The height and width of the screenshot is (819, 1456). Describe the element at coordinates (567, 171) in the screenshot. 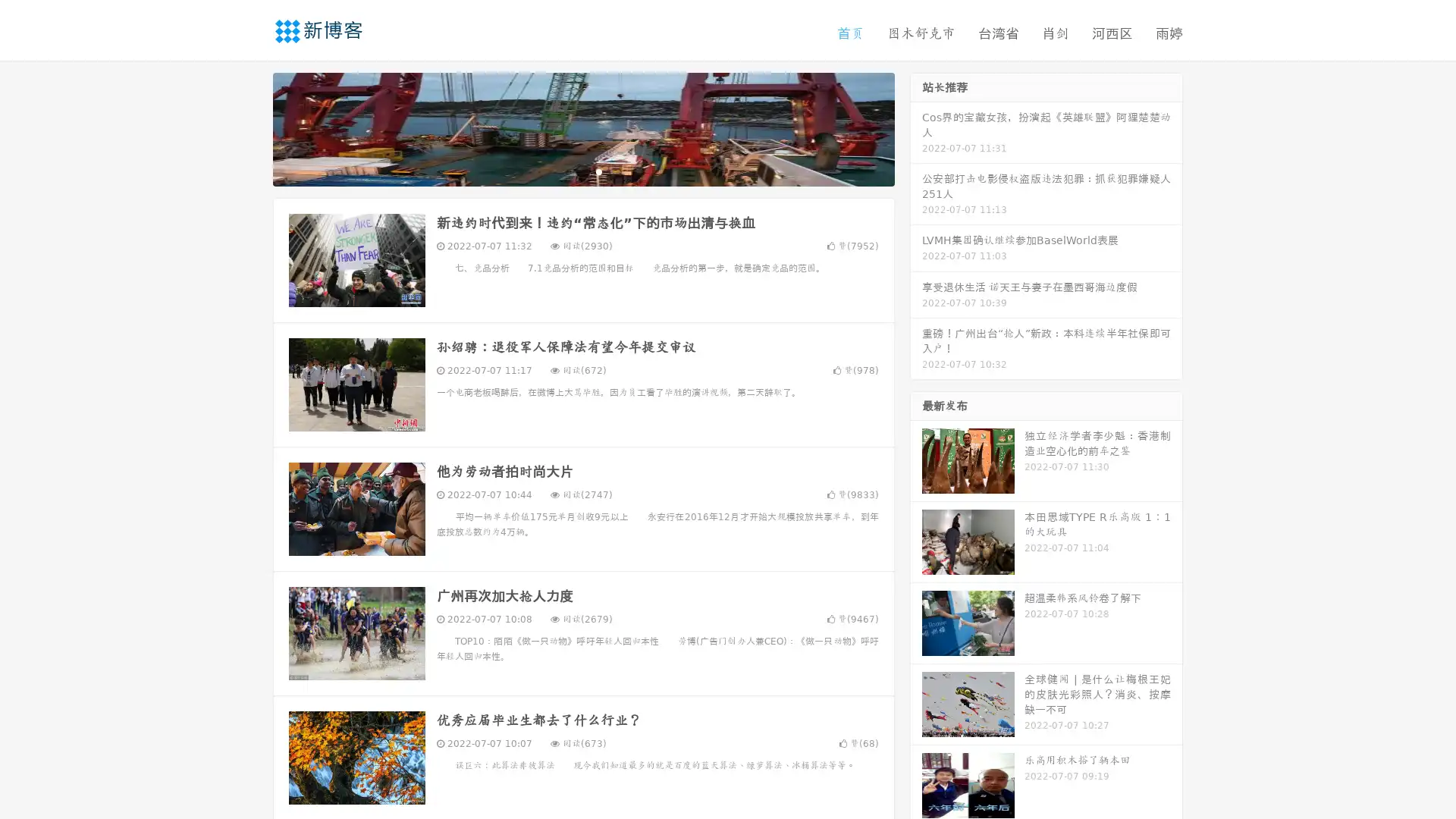

I see `Go to slide 1` at that location.